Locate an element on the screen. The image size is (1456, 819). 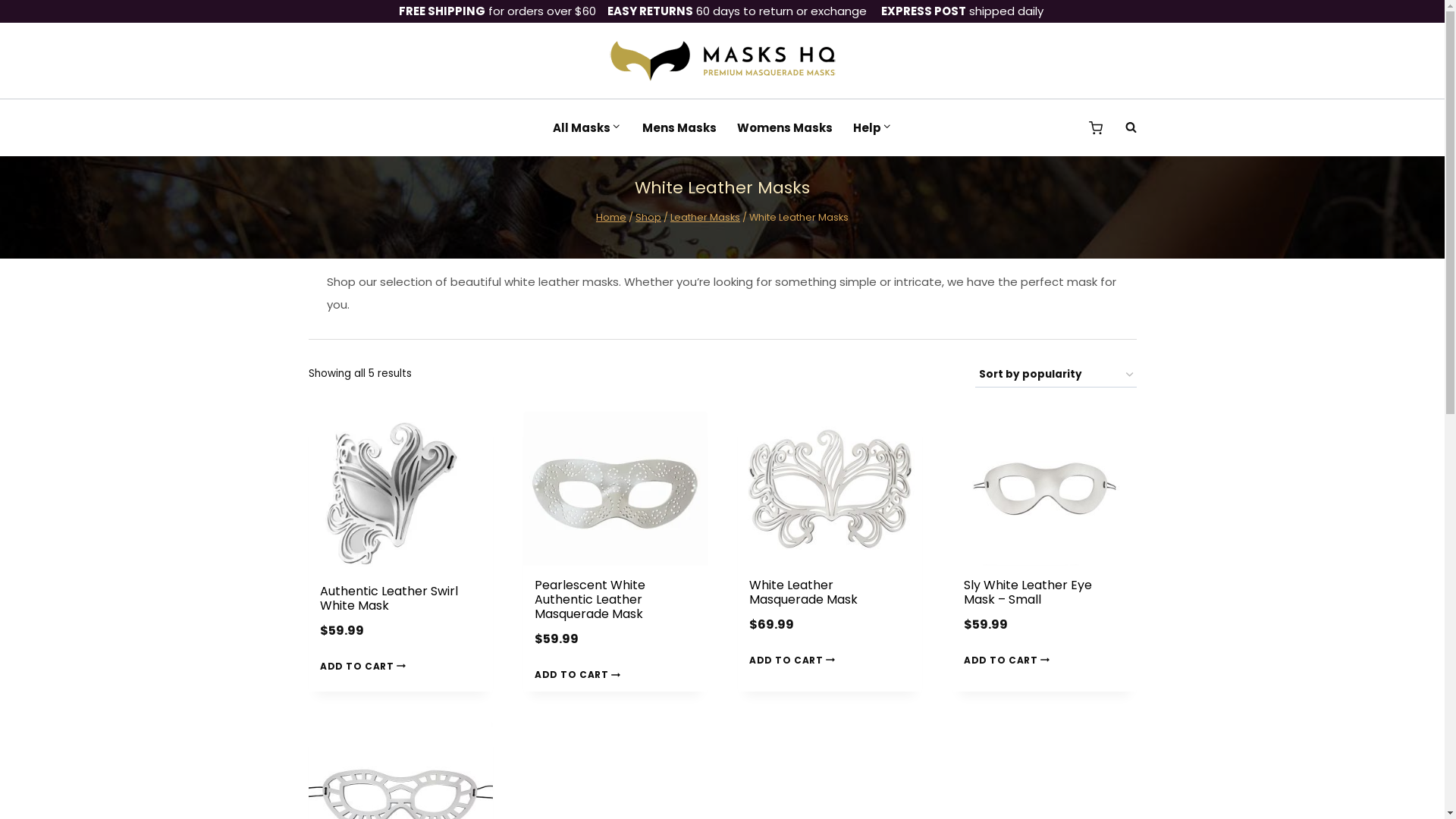
'White Leather Masquerade Mask' is located at coordinates (802, 591).